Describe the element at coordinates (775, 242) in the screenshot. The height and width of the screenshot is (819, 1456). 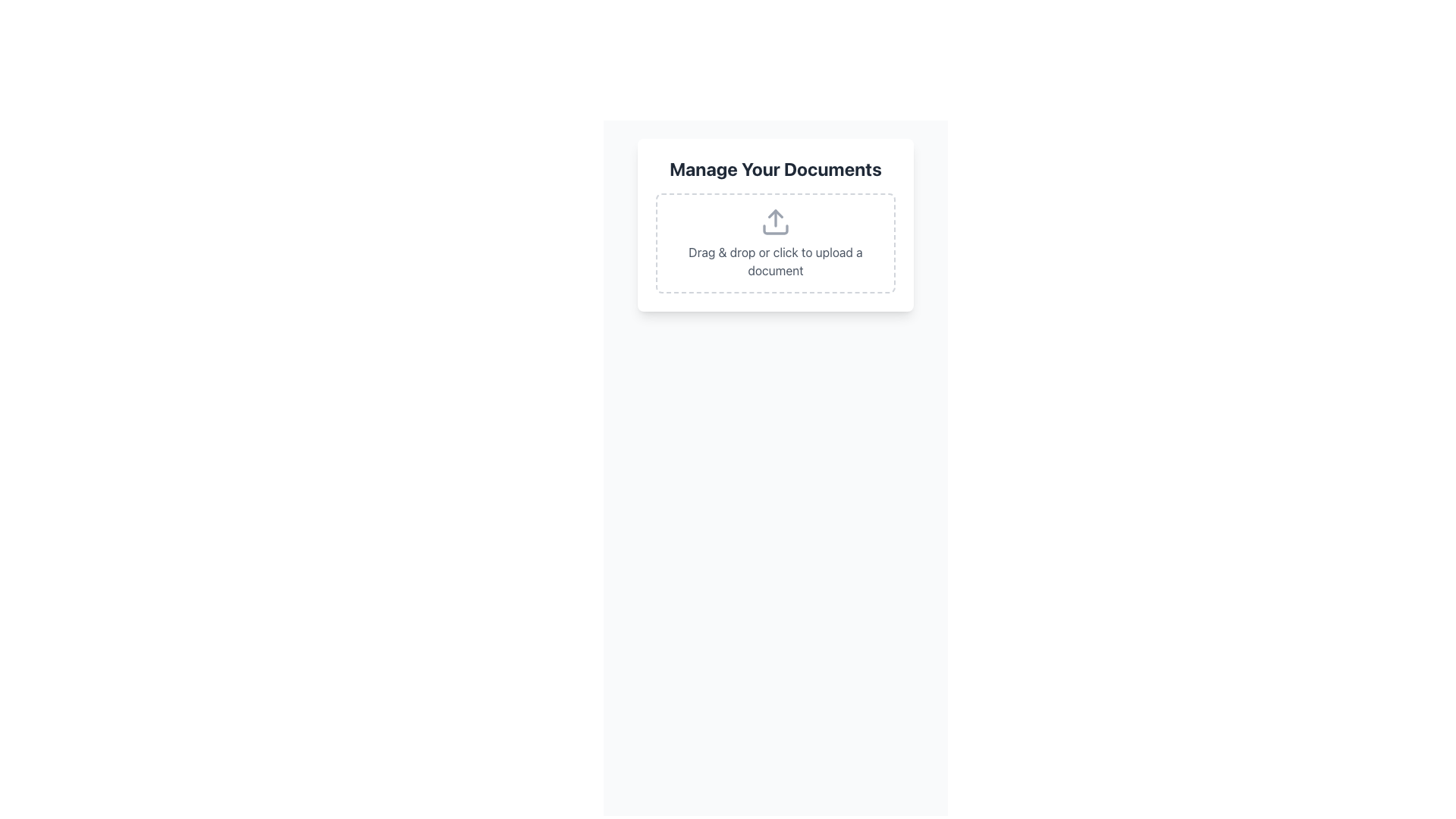
I see `the File Upload Area by using tab navigation` at that location.